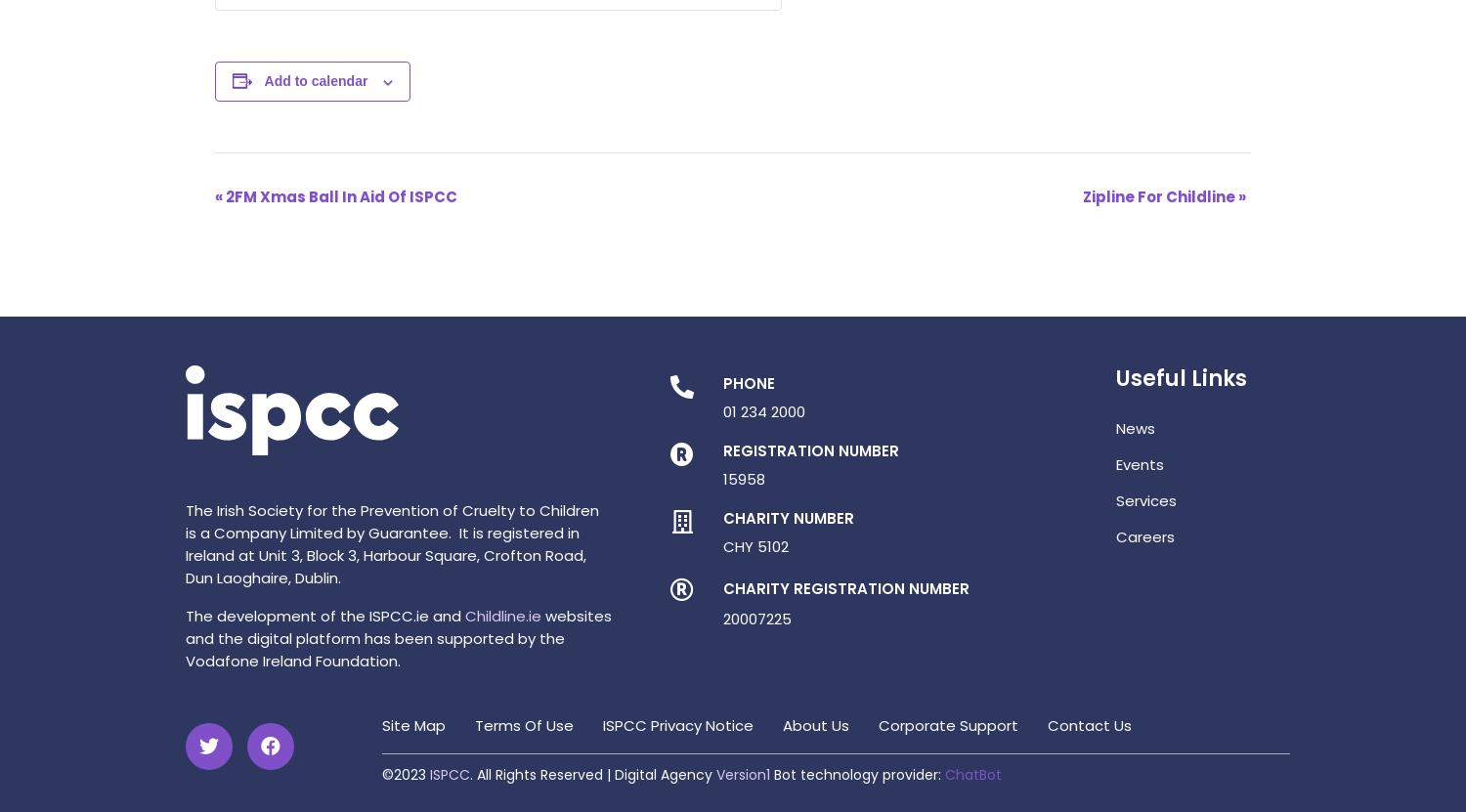 This screenshot has width=1466, height=812. Describe the element at coordinates (222, 196) in the screenshot. I see `'2FM Xmas Ball In Aid Of ISPCC'` at that location.